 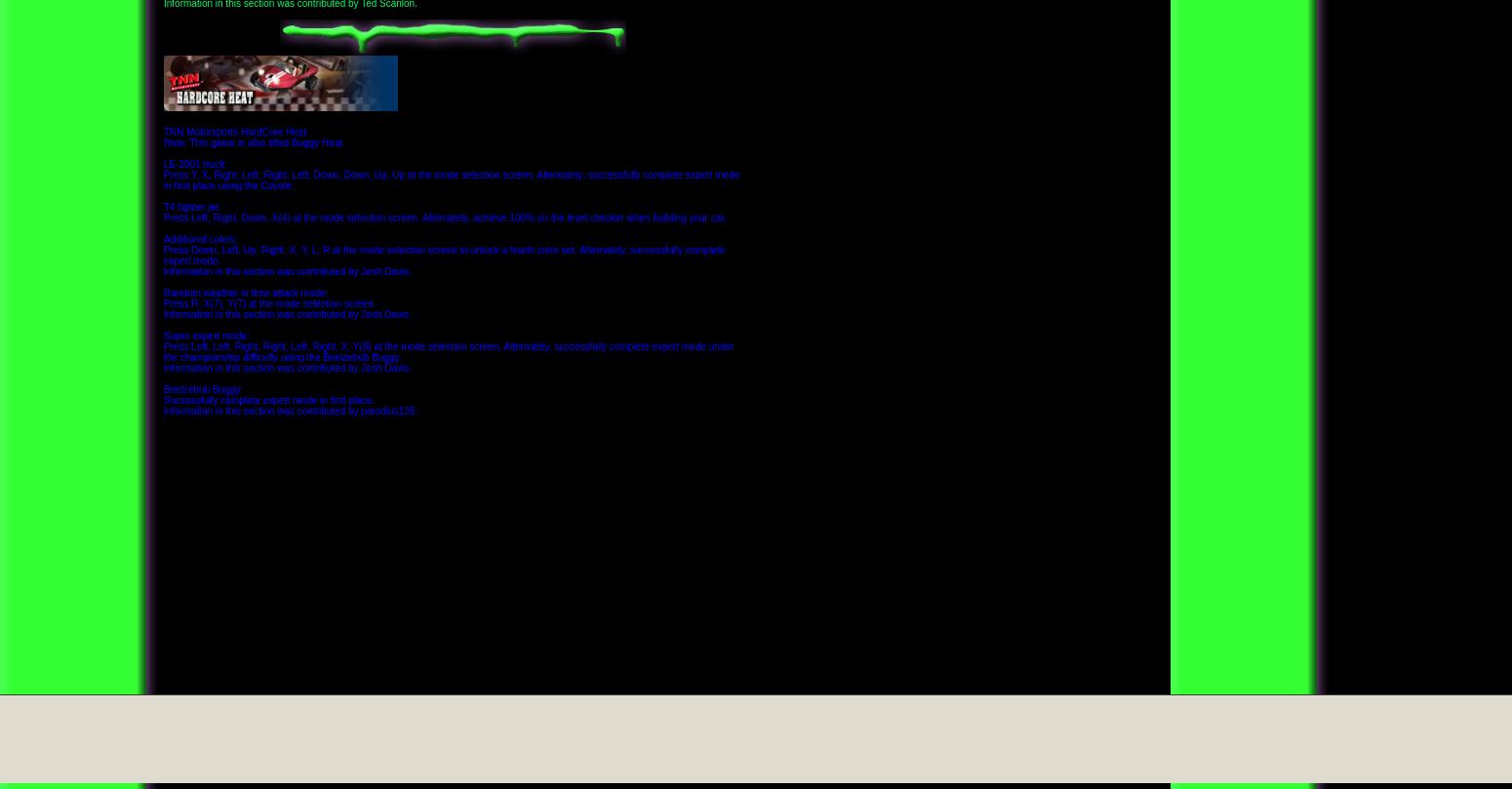 I want to click on 'Random weather in time attack mode:', so click(x=246, y=292).